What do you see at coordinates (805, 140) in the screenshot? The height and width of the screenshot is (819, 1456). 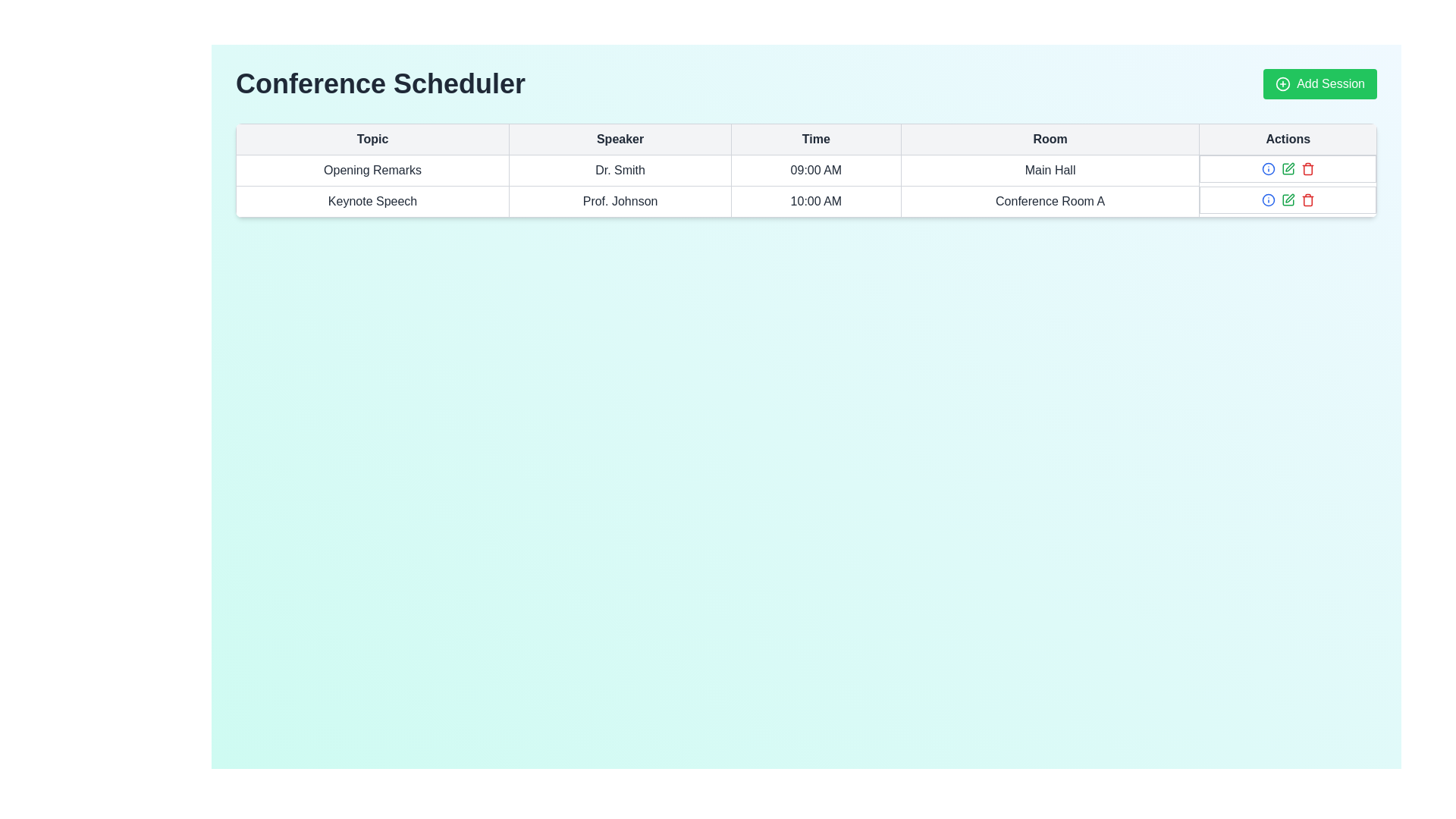 I see `the third column header cell in the table that indicates the category for the scheduled time of an event, located between the 'Speaker' and 'Room' columns` at bounding box center [805, 140].